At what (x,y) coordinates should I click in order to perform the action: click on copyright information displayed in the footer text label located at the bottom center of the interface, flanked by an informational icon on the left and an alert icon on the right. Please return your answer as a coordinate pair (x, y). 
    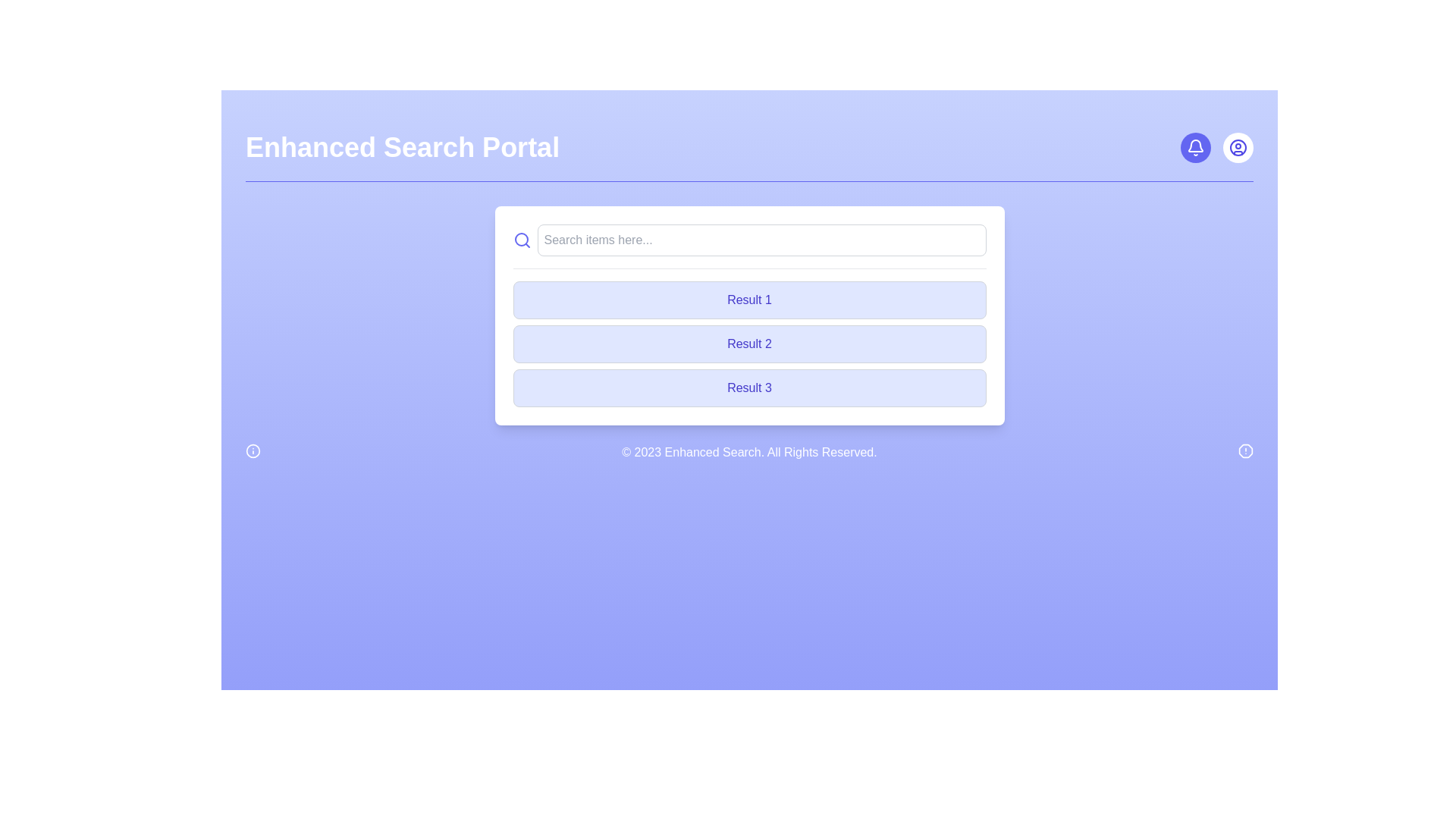
    Looking at the image, I should click on (749, 452).